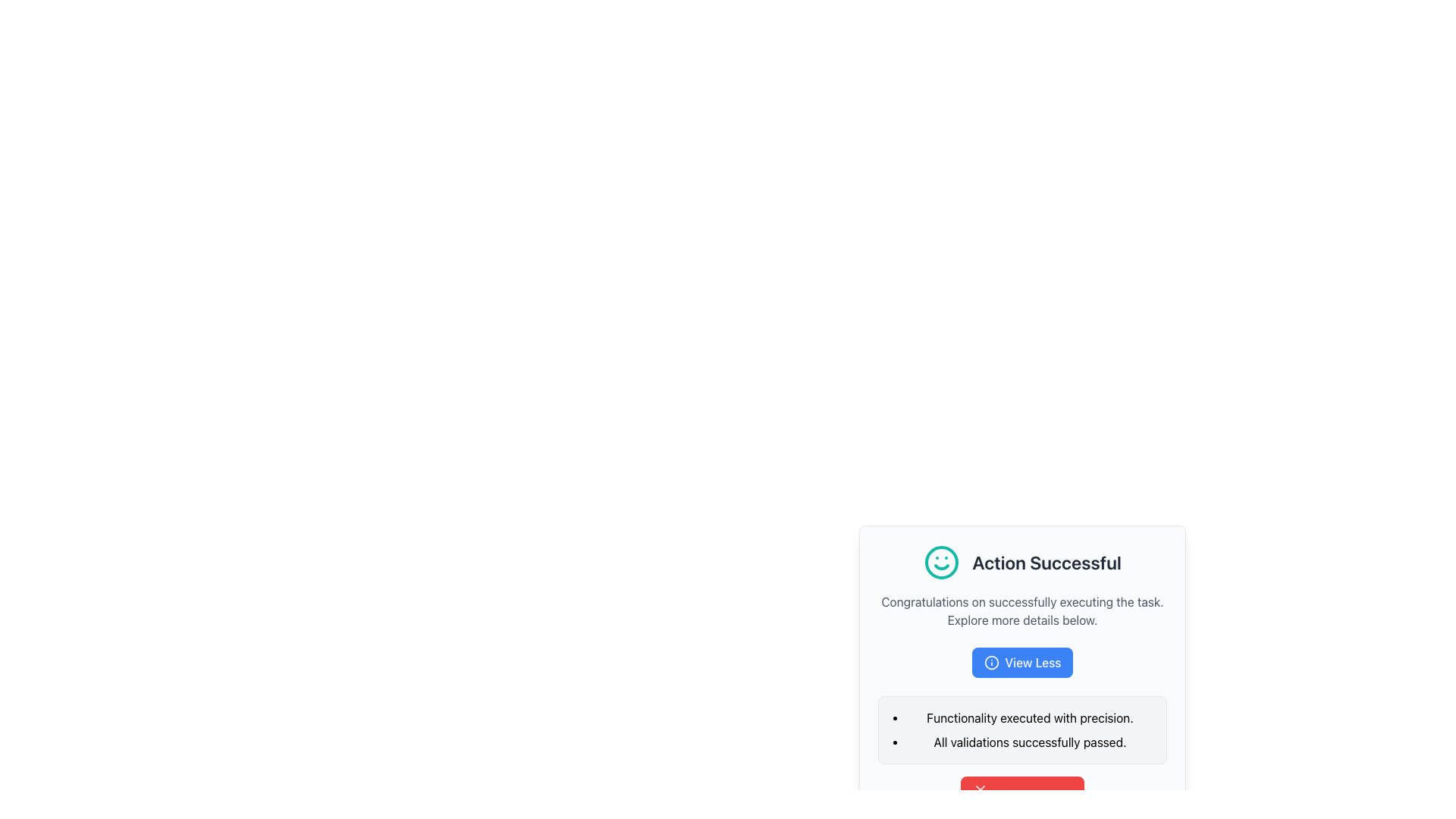 This screenshot has width=1456, height=819. Describe the element at coordinates (991, 662) in the screenshot. I see `the small circular icon with a blue background and white border positioned to the left of the 'View Less' text in the success message panel` at that location.